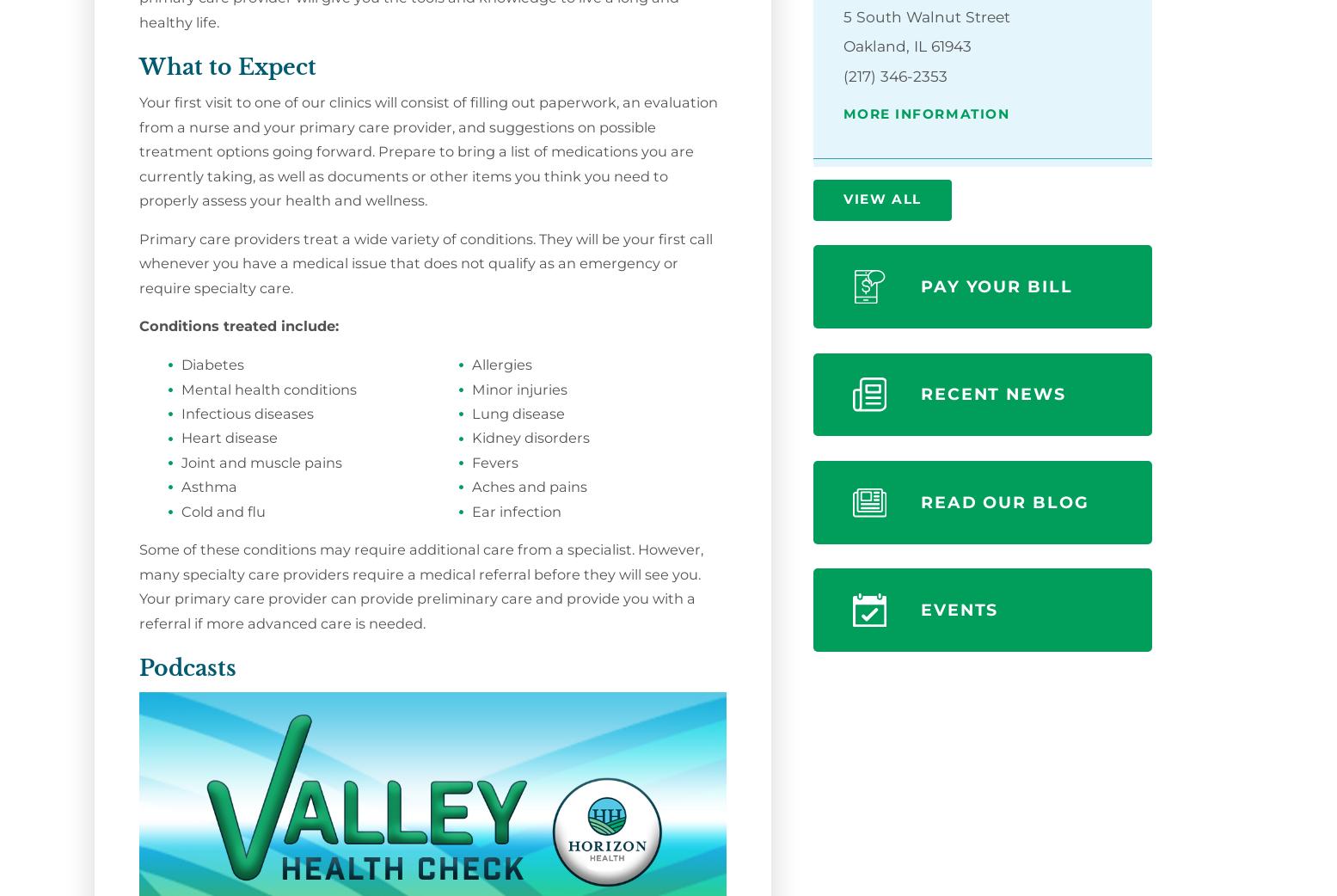 This screenshot has width=1337, height=896. What do you see at coordinates (471, 363) in the screenshot?
I see `'Allergies'` at bounding box center [471, 363].